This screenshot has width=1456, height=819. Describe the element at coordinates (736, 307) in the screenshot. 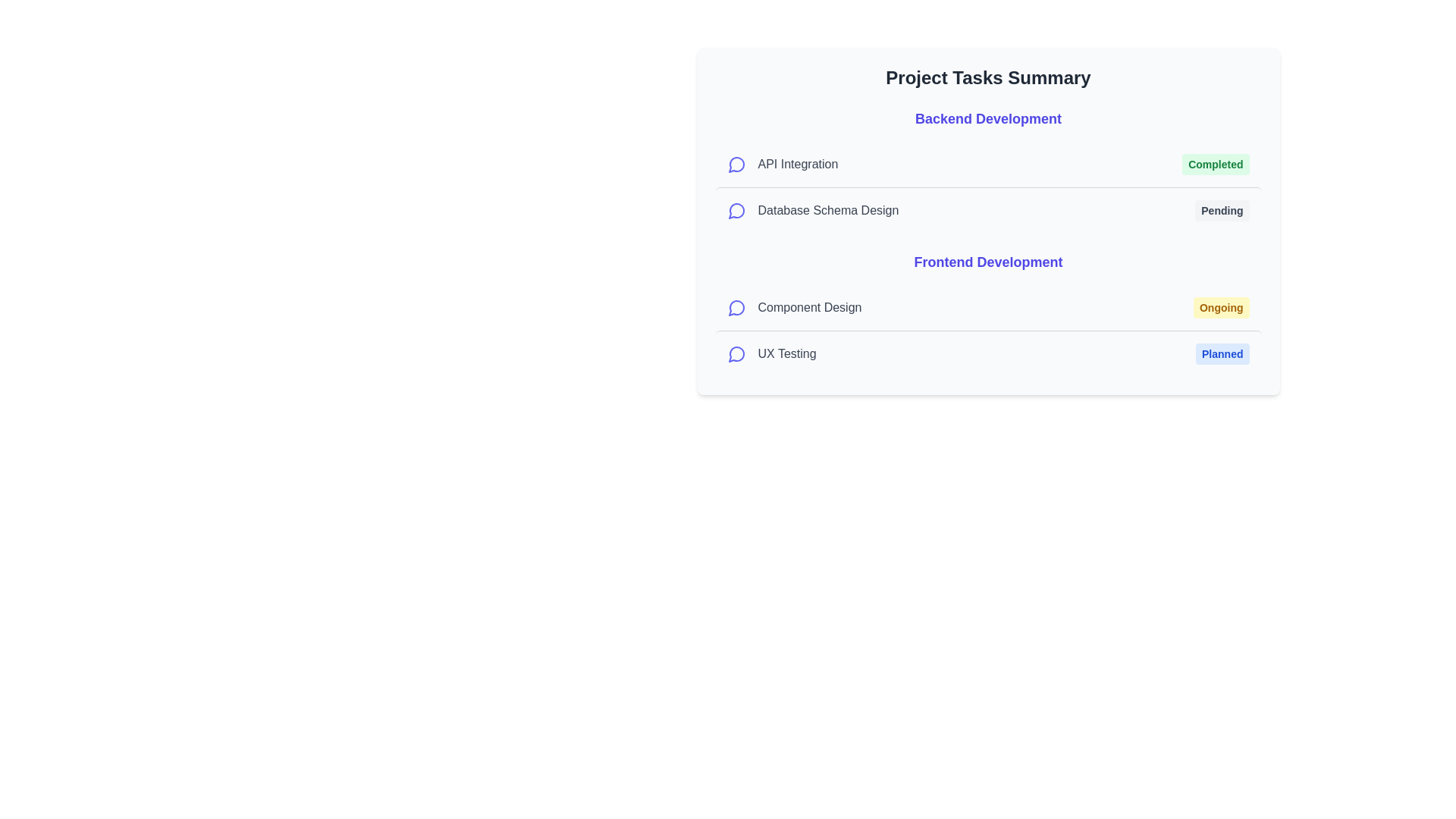

I see `the speech bubble icon styled in text-indigo-500 blue color located to the left of the 'Component Design' text in the 'Frontend Development' section of the 'Project Tasks Summary' interface to associate it with the listed task` at that location.